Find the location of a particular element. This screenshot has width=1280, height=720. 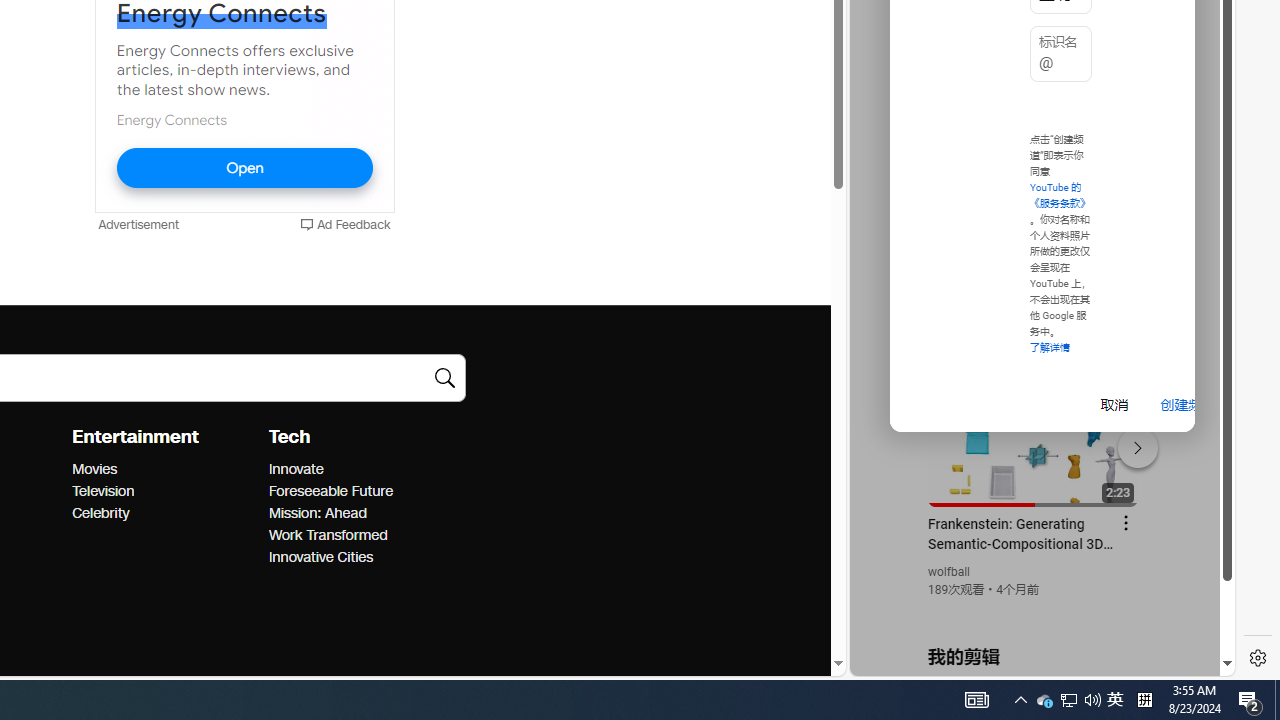

'Tech Work Transformed' is located at coordinates (327, 534).